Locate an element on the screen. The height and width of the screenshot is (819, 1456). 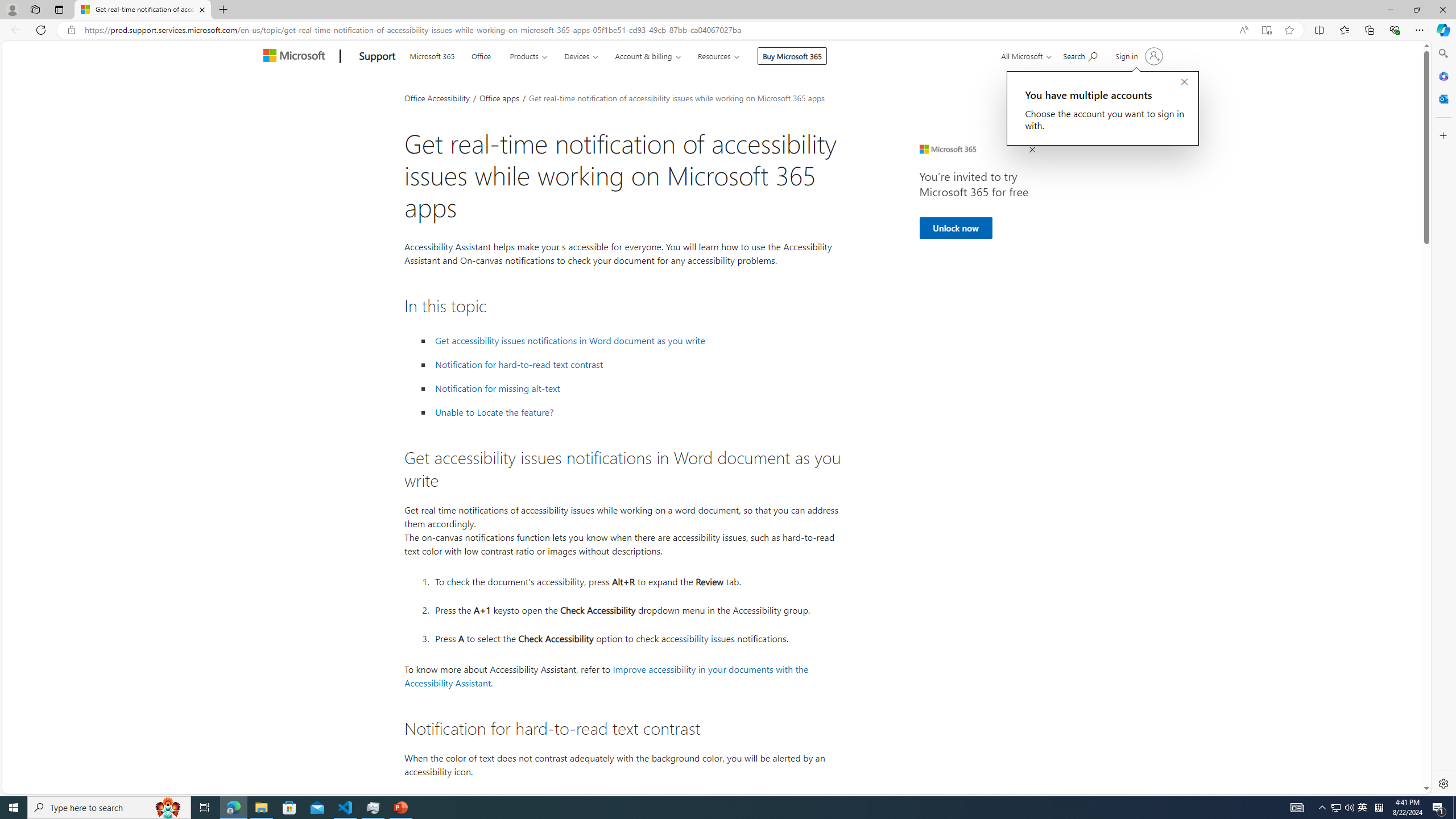
' Notification for missing alt-text' is located at coordinates (498, 388).